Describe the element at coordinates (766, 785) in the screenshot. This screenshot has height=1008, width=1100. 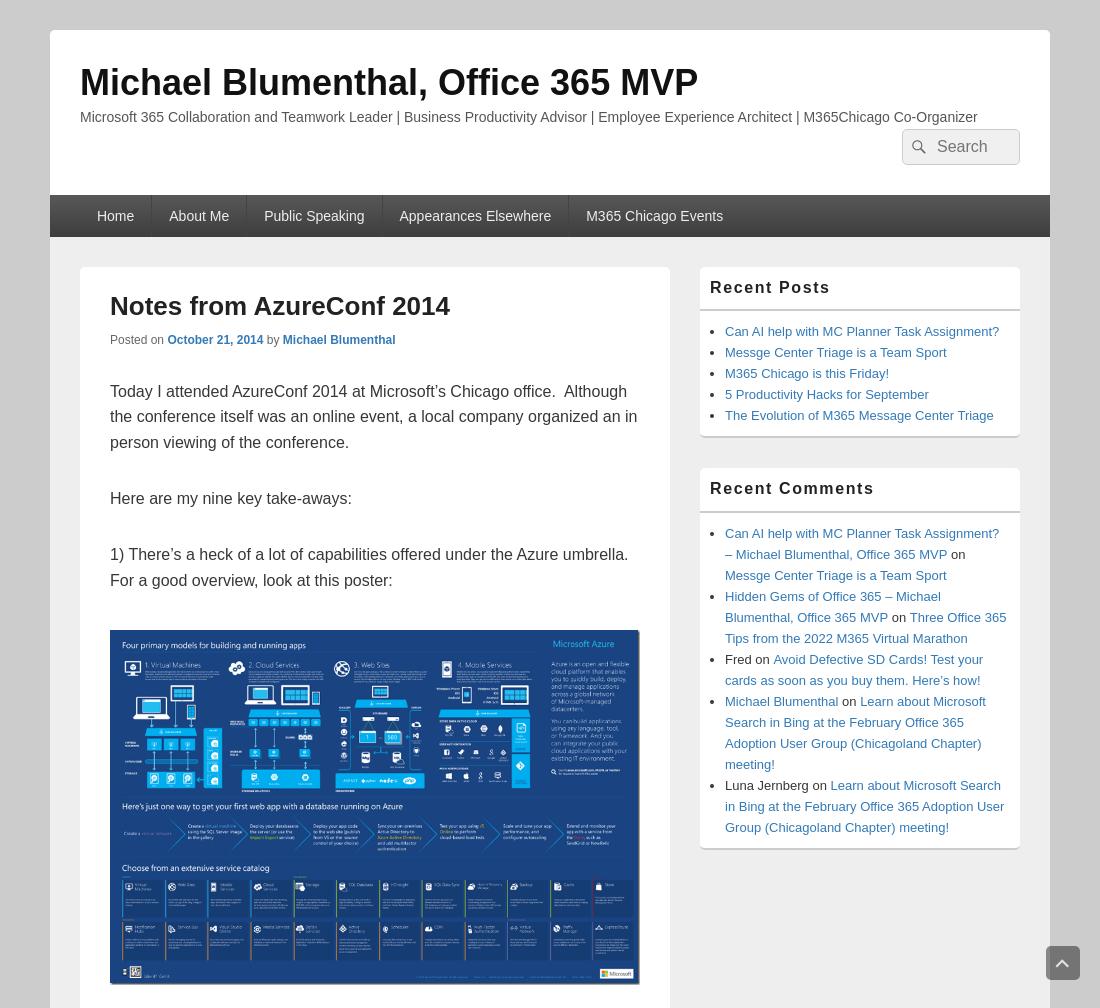
I see `'Luna Jernberg'` at that location.